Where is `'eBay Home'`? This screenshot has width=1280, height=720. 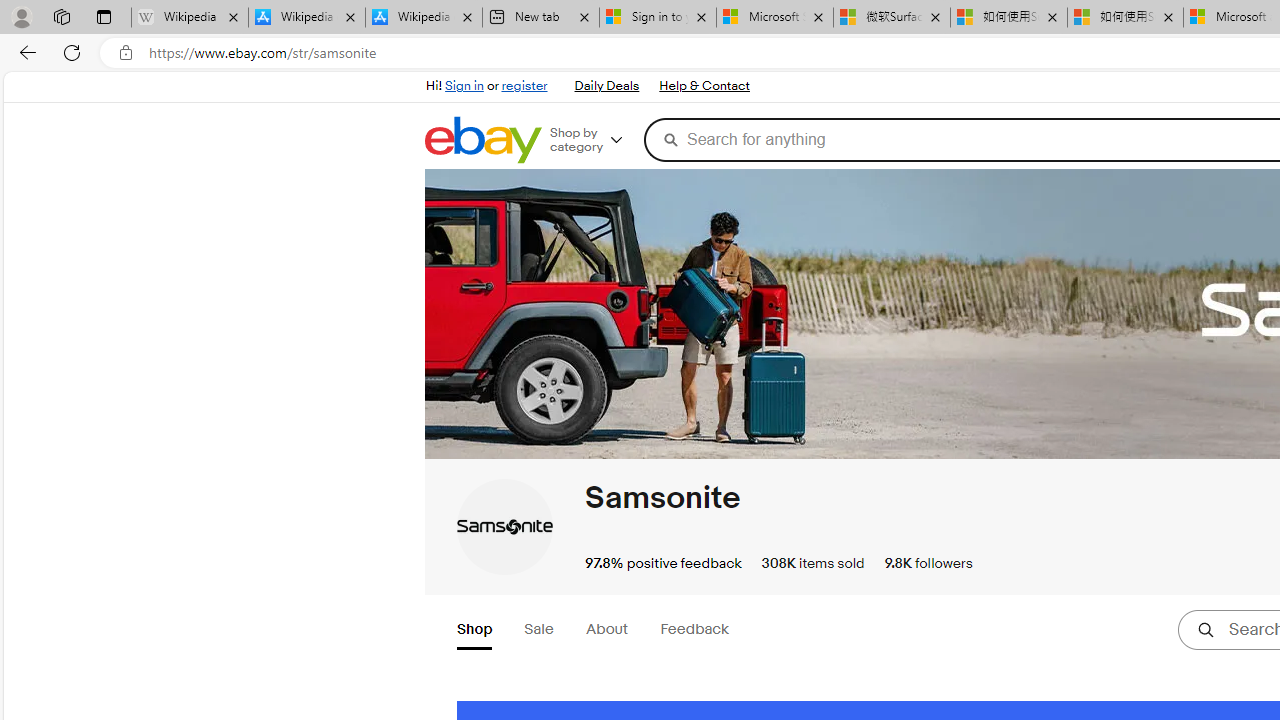 'eBay Home' is located at coordinates (483, 139).